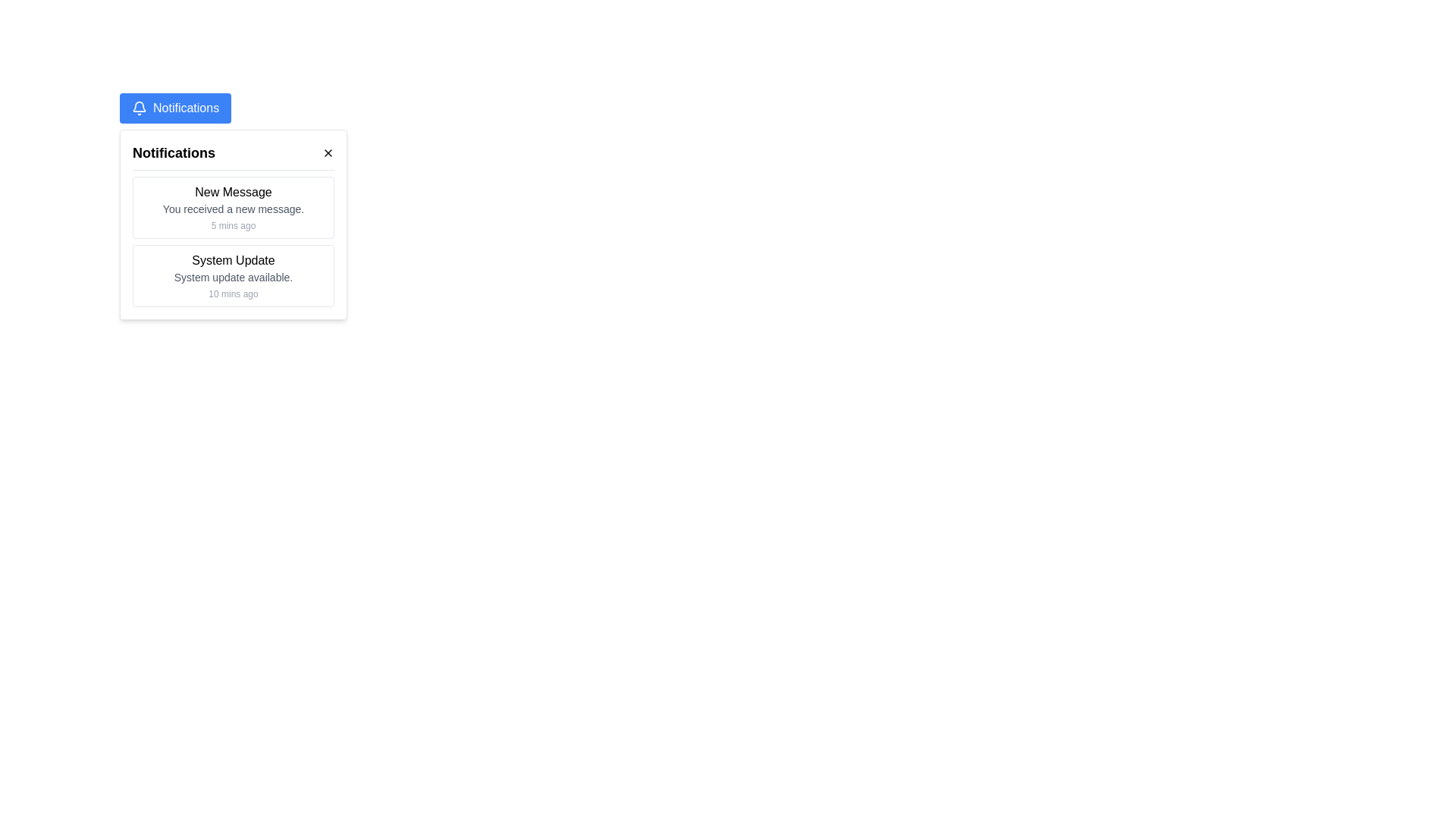 Image resolution: width=1456 pixels, height=819 pixels. Describe the element at coordinates (232, 207) in the screenshot. I see `details of the notification card titled 'New Message' located at the top of the notification dropdown panel` at that location.